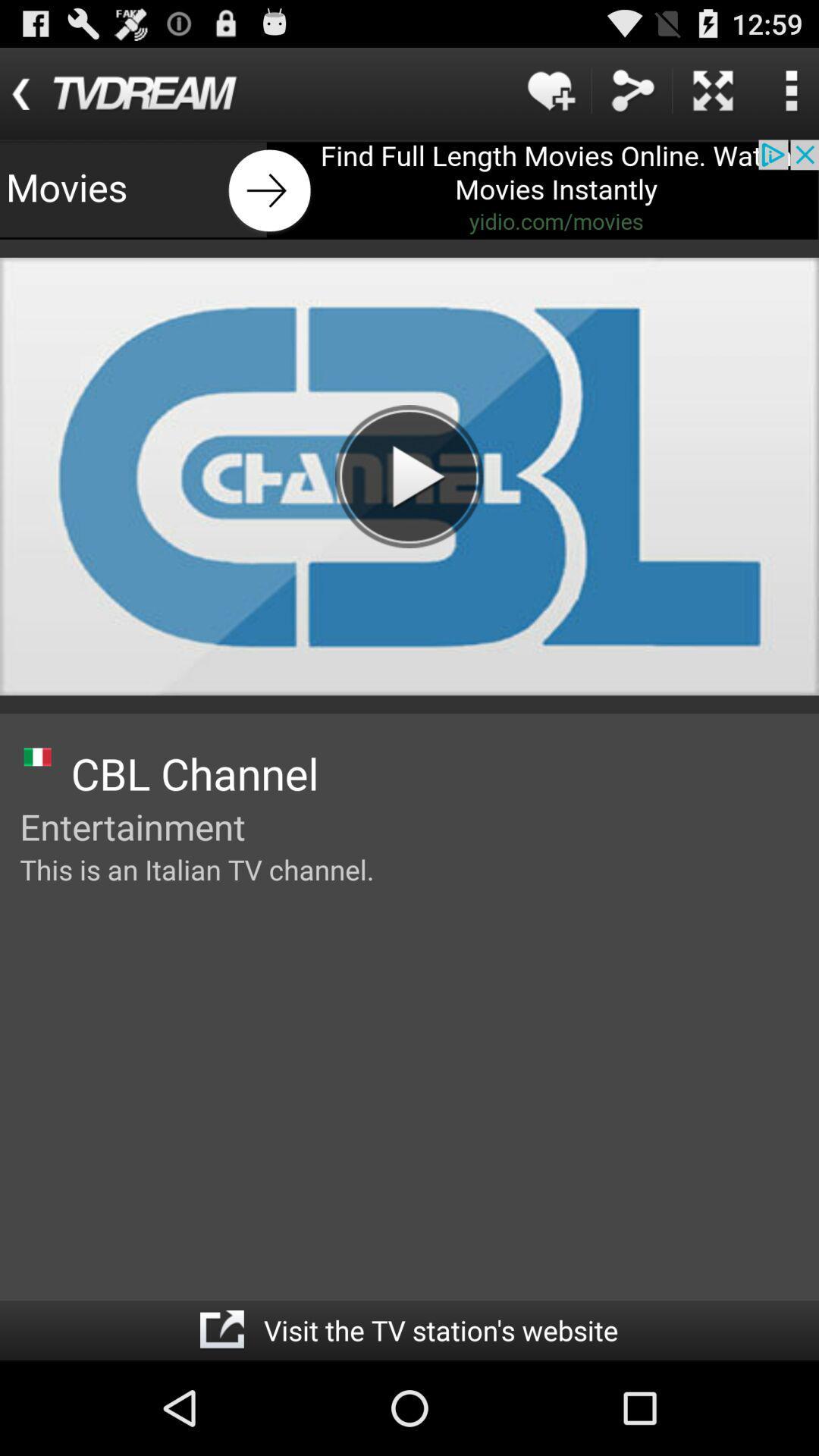 The height and width of the screenshot is (1456, 819). Describe the element at coordinates (221, 1329) in the screenshot. I see `tv station 's website` at that location.